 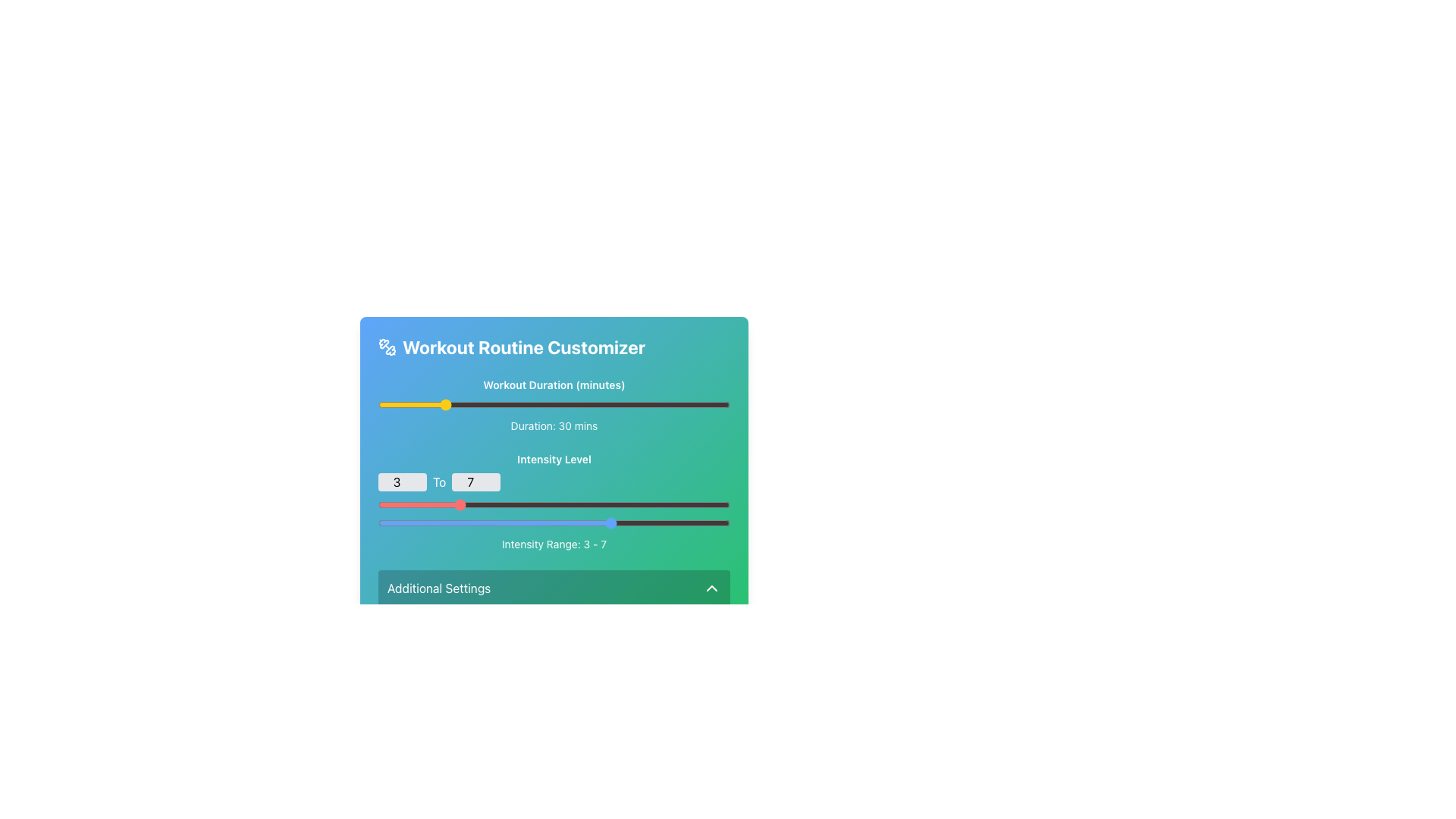 I want to click on workout duration, so click(x=566, y=403).